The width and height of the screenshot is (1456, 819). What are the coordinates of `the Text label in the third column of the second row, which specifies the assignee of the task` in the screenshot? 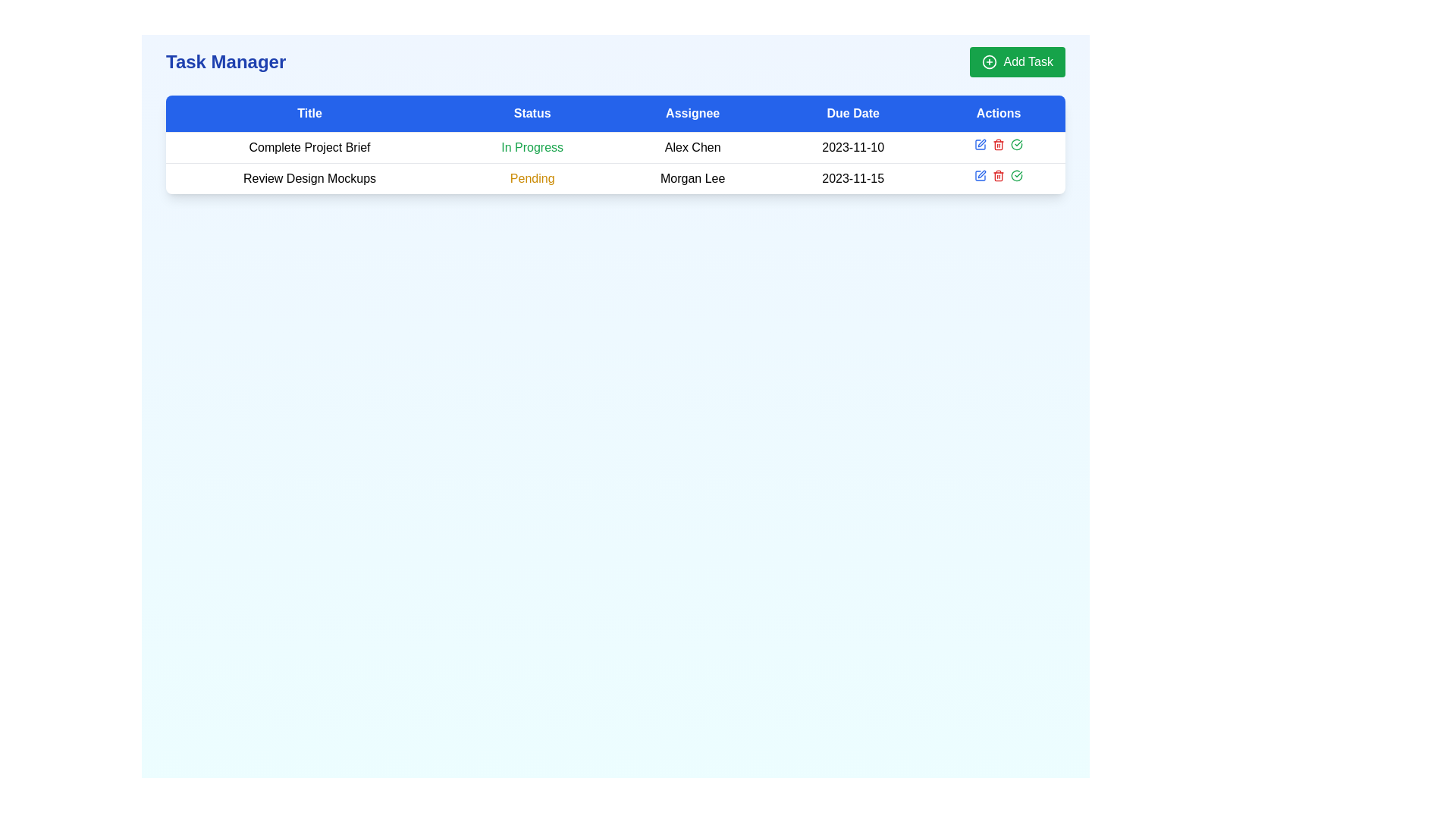 It's located at (692, 177).